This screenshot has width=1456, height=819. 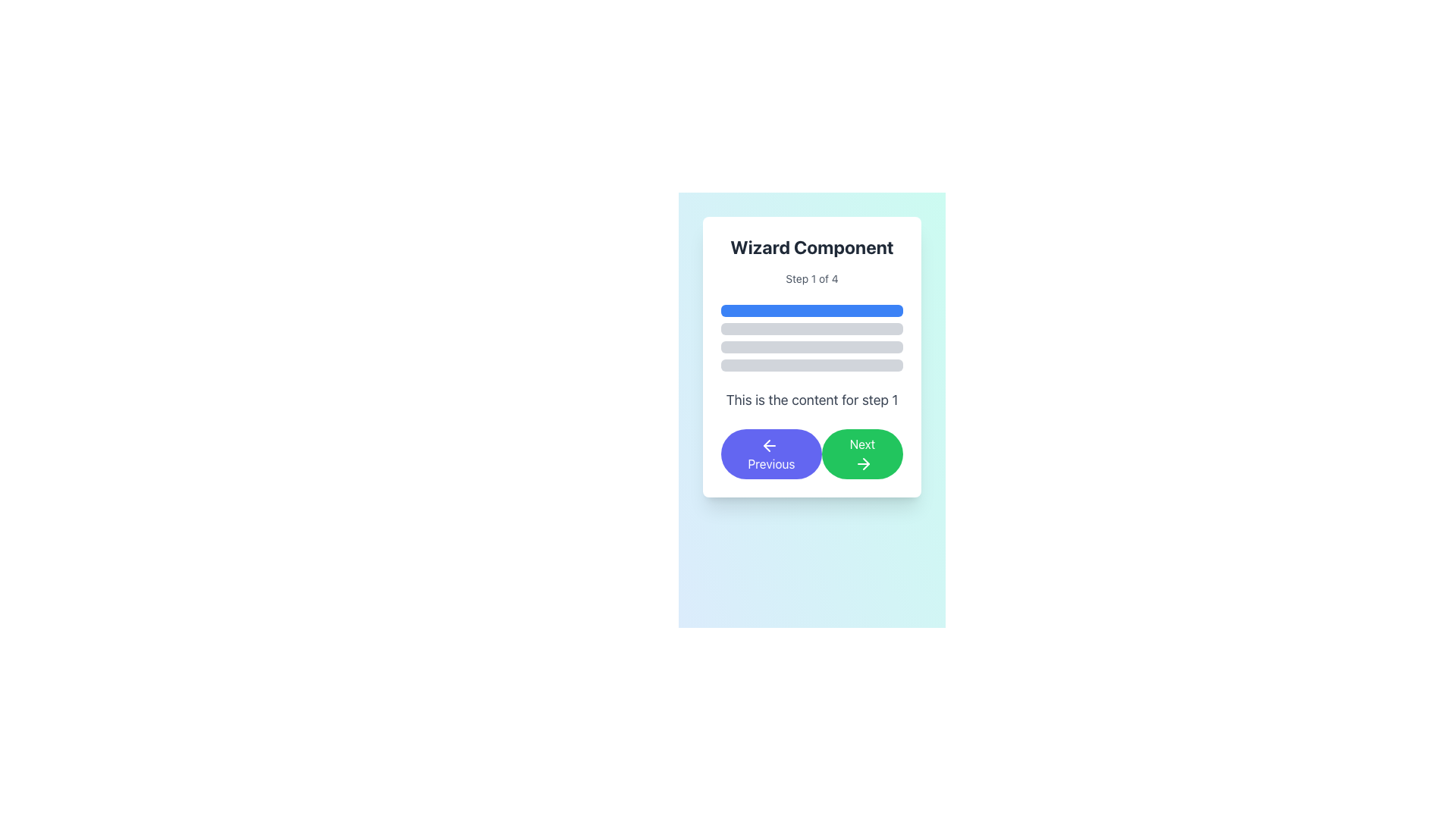 What do you see at coordinates (811, 309) in the screenshot?
I see `the first progress indicator in the vertical list, which displays the active step in a wizard interface` at bounding box center [811, 309].